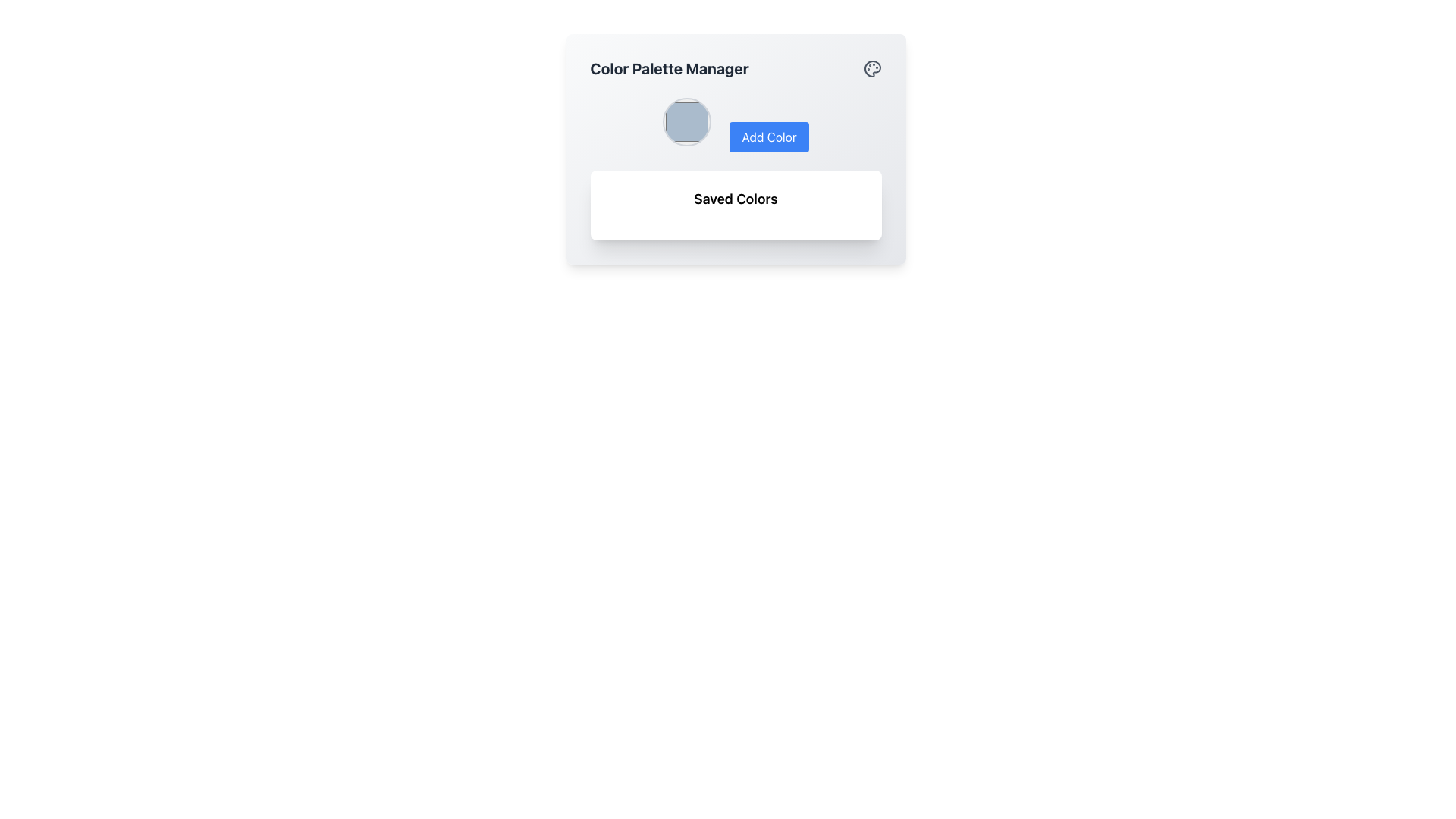  I want to click on the button, so click(769, 137).